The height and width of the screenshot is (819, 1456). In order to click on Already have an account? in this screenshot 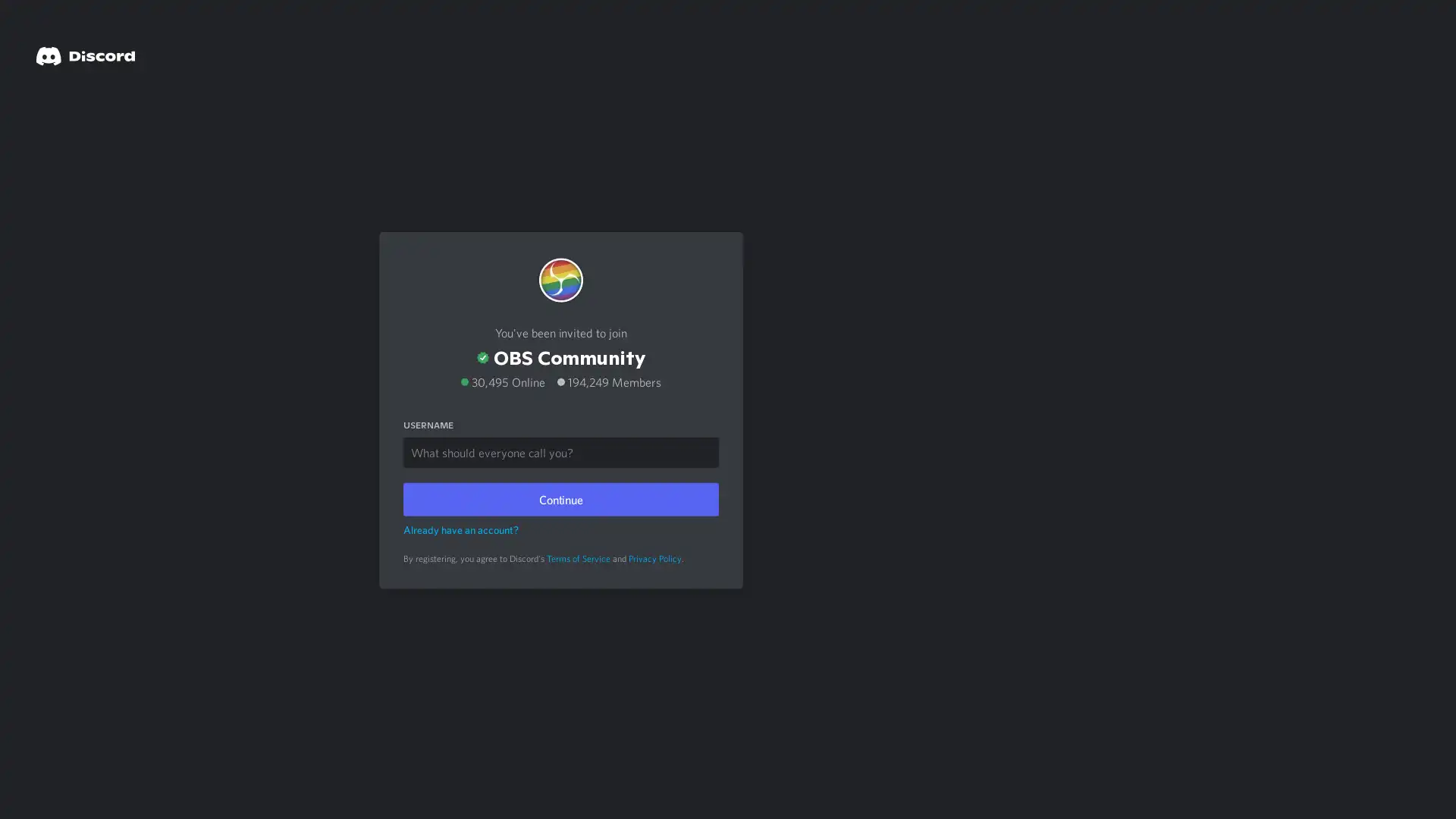, I will do `click(460, 528)`.